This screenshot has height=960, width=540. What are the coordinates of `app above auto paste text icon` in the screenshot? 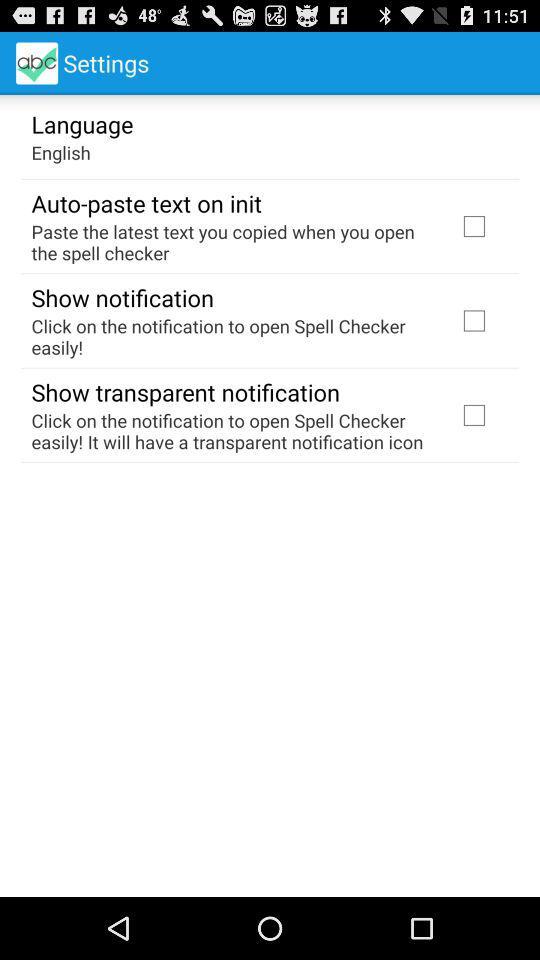 It's located at (61, 151).